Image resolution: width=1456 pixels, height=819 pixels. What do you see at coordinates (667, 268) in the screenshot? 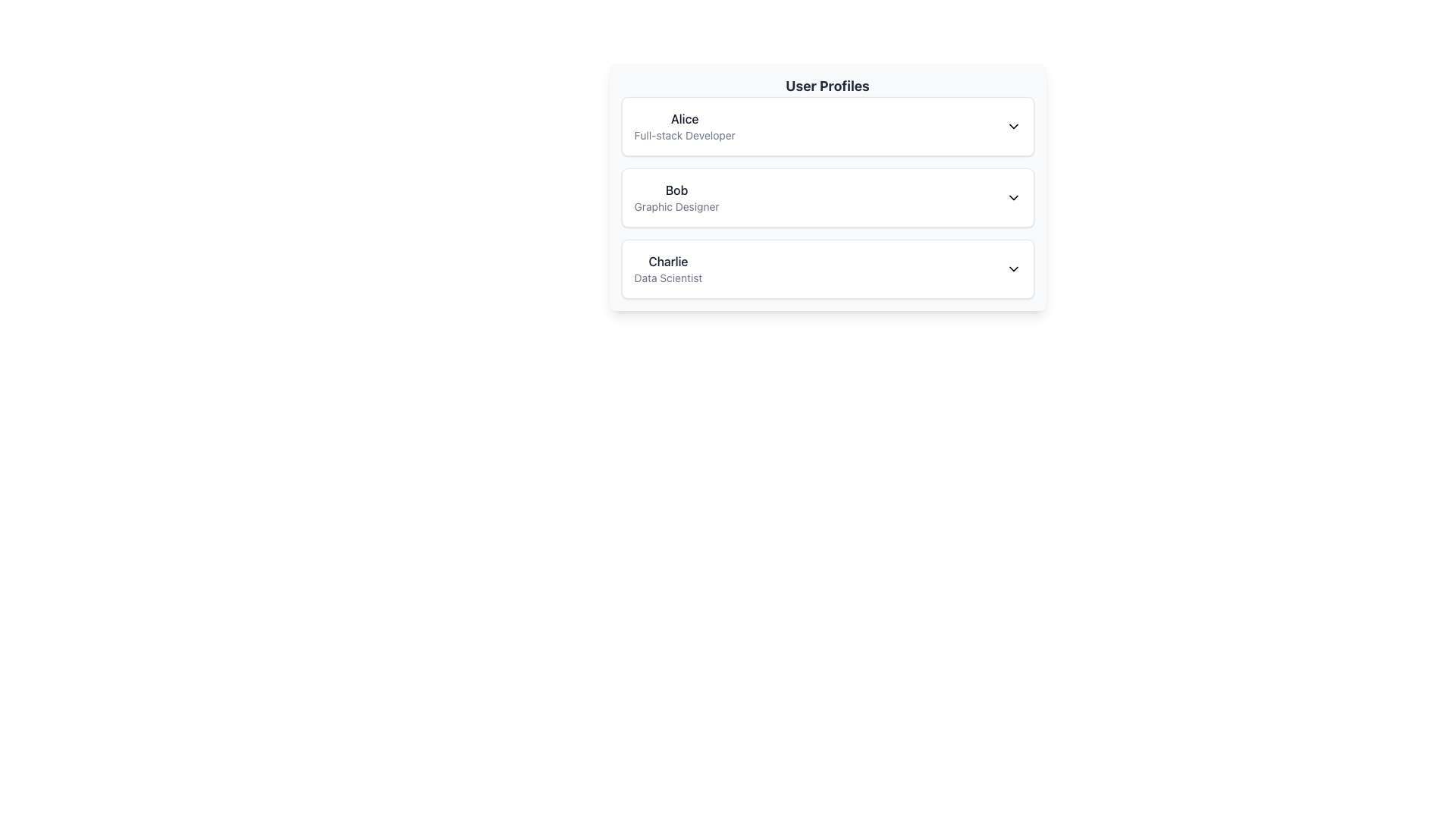
I see `the Text Display that shows 'Charlie' in bold and larger font, and 'Data Scientist' in smaller, lighter font, located in the third section of the user profiles list` at bounding box center [667, 268].